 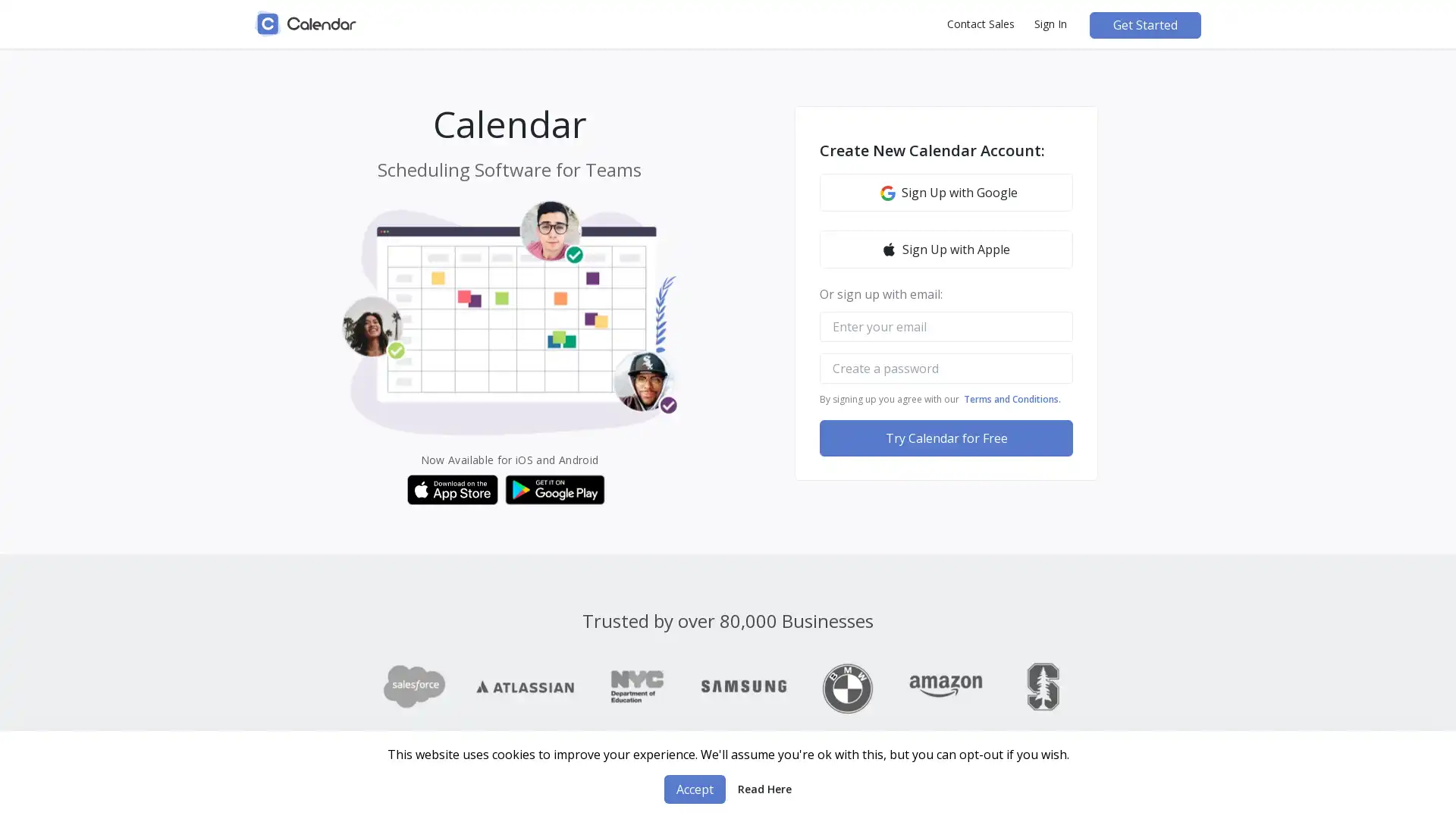 I want to click on CLOSE, so click(x=620, y=452).